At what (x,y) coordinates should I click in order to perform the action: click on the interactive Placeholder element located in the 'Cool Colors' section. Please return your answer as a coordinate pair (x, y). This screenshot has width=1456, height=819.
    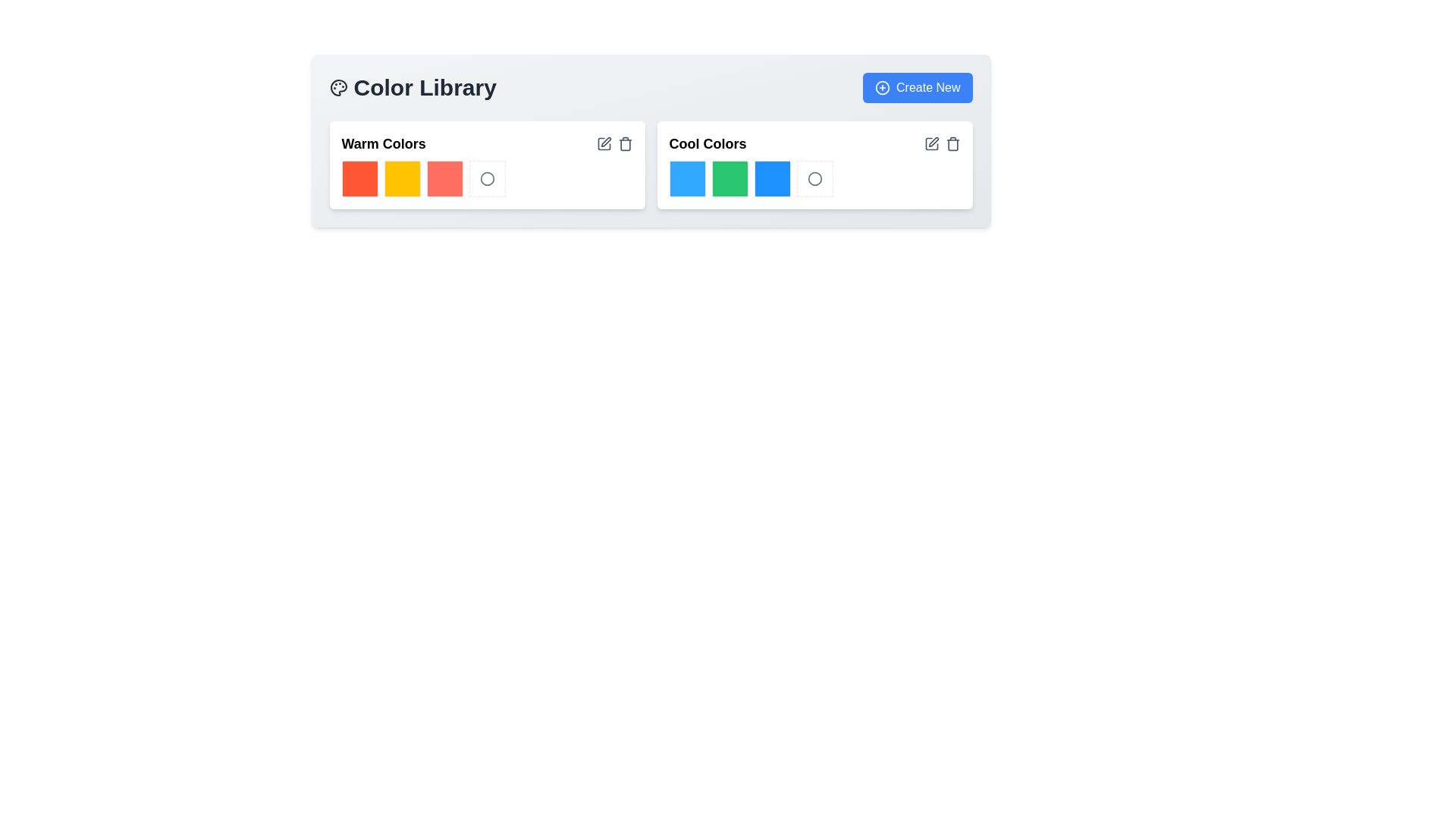
    Looking at the image, I should click on (814, 177).